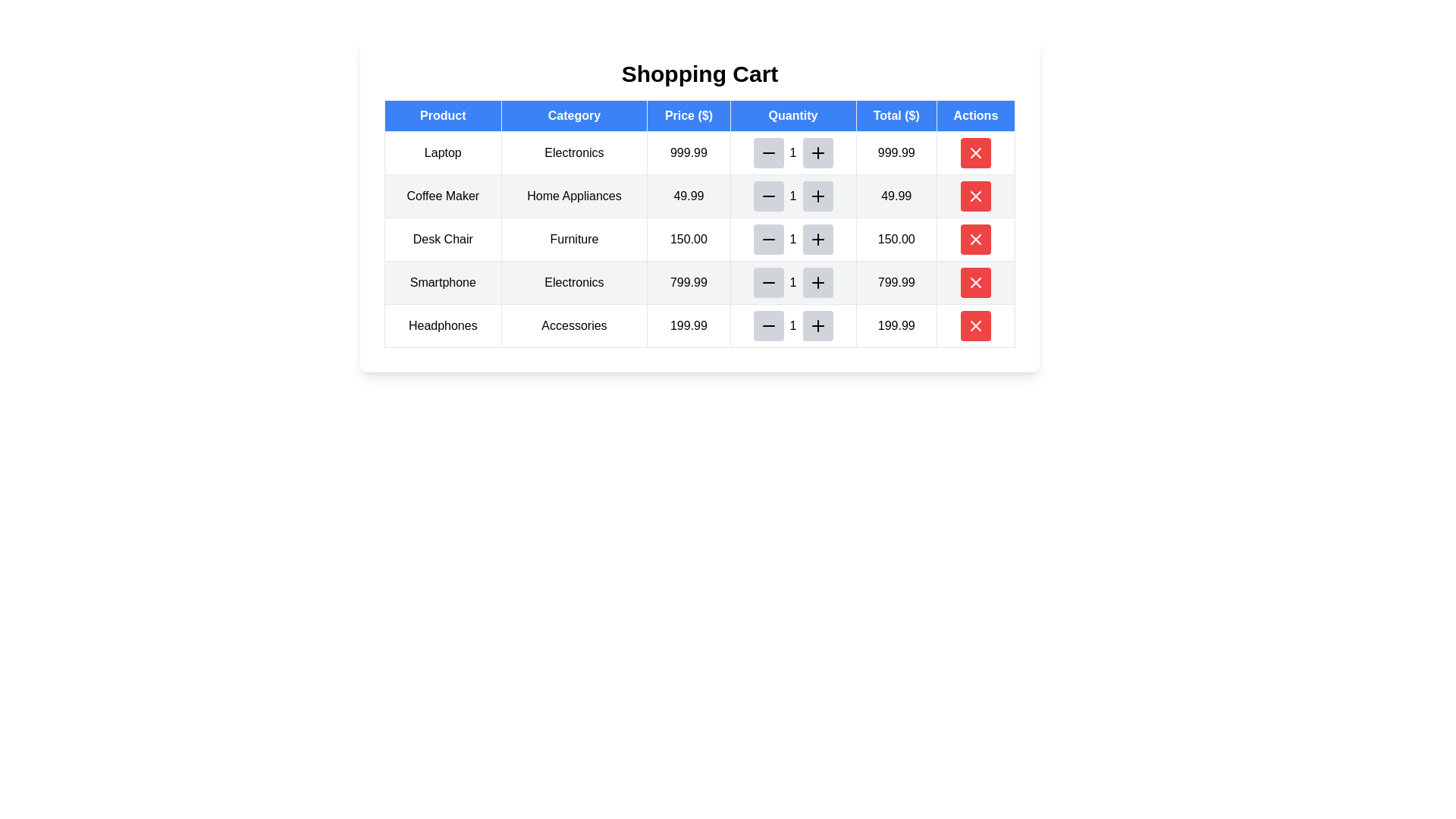 The height and width of the screenshot is (819, 1456). I want to click on the static text display element showing the number '1', which is located centrally between the minus and plus buttons in the 'Quantity' column of the product row, so click(792, 325).